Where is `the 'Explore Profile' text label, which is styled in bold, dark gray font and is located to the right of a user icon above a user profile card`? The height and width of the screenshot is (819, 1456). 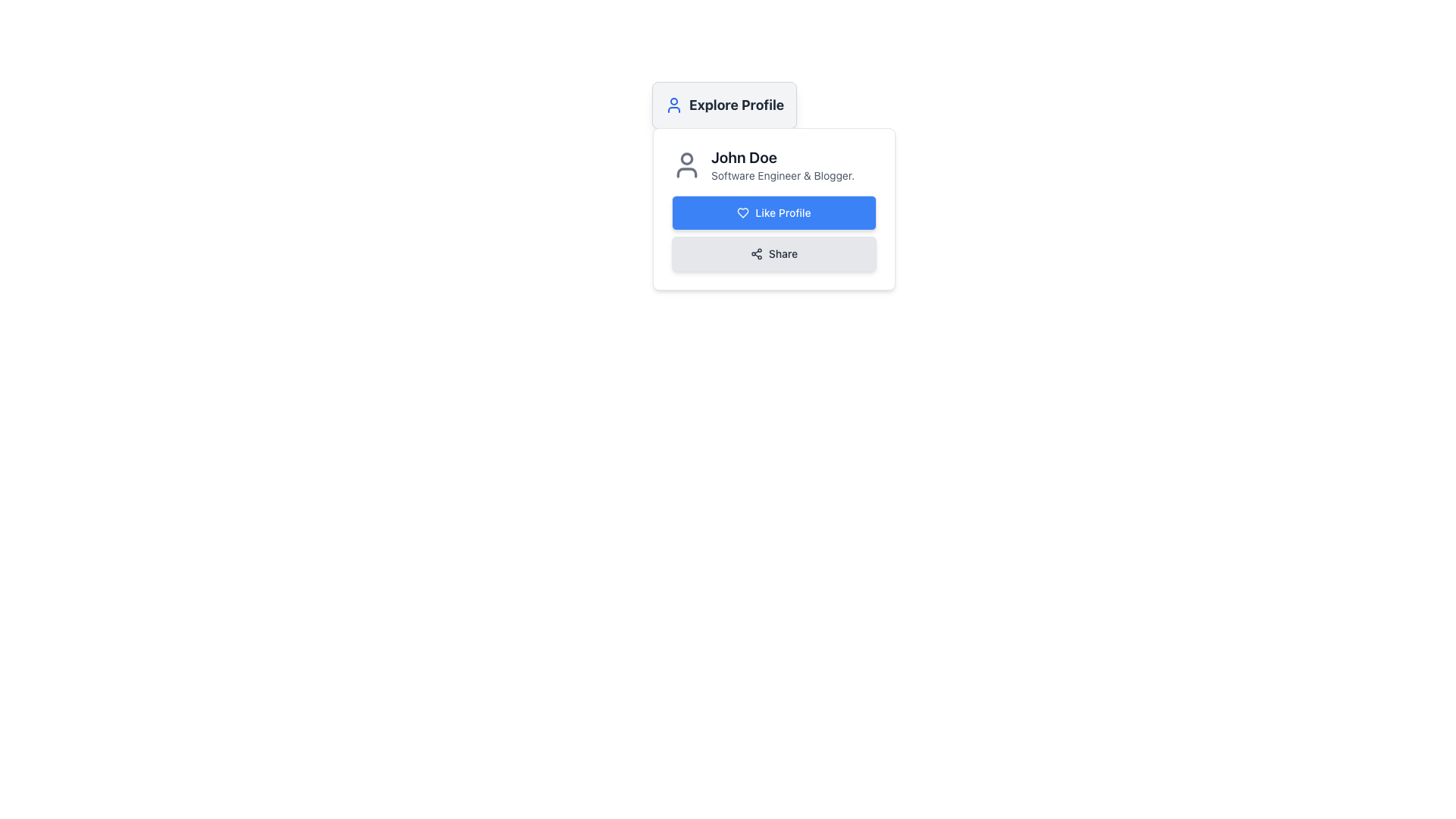
the 'Explore Profile' text label, which is styled in bold, dark gray font and is located to the right of a user icon above a user profile card is located at coordinates (736, 104).